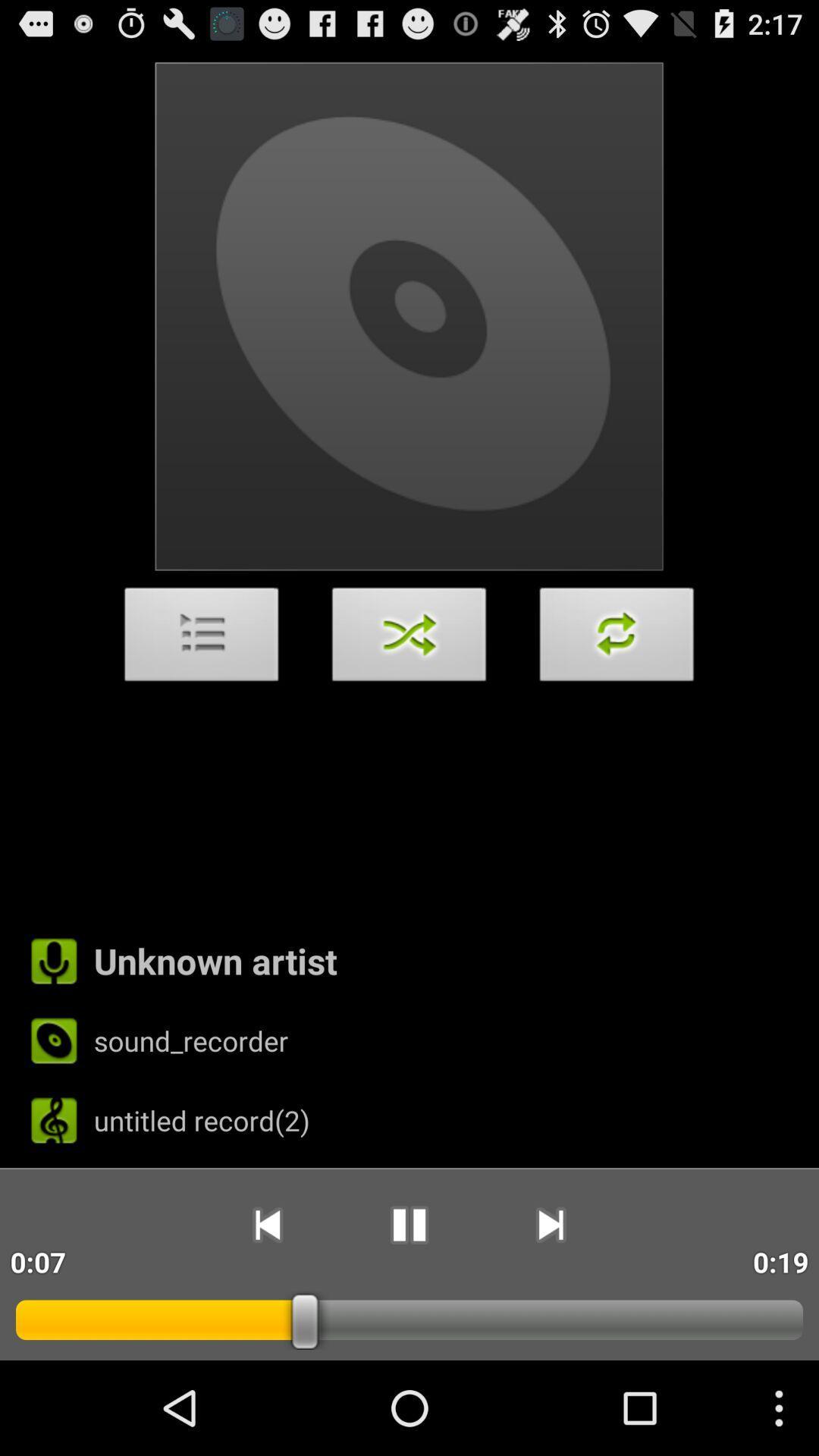  I want to click on the pause icon, so click(408, 1310).